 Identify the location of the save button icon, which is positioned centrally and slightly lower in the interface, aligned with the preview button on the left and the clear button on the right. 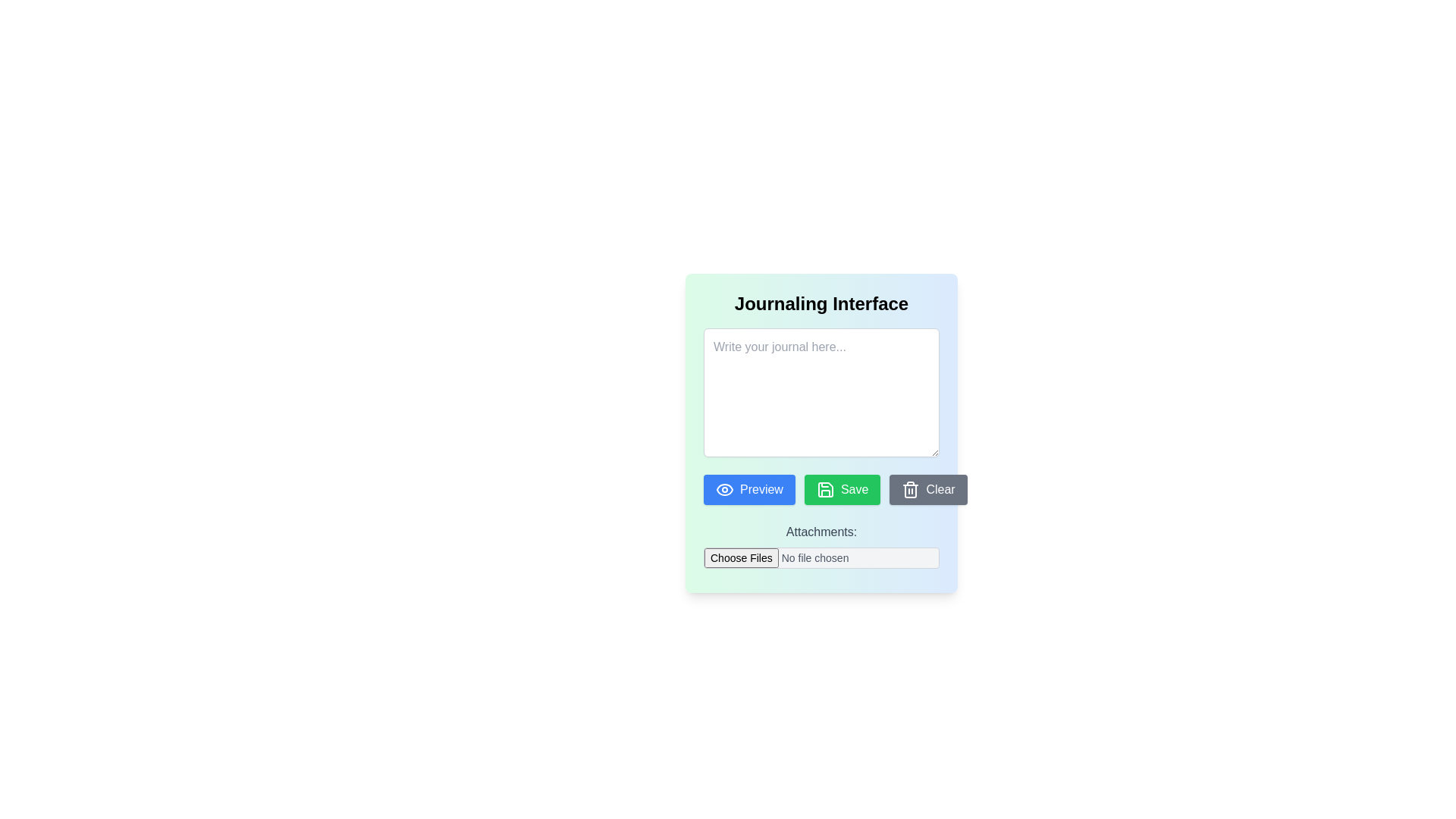
(824, 489).